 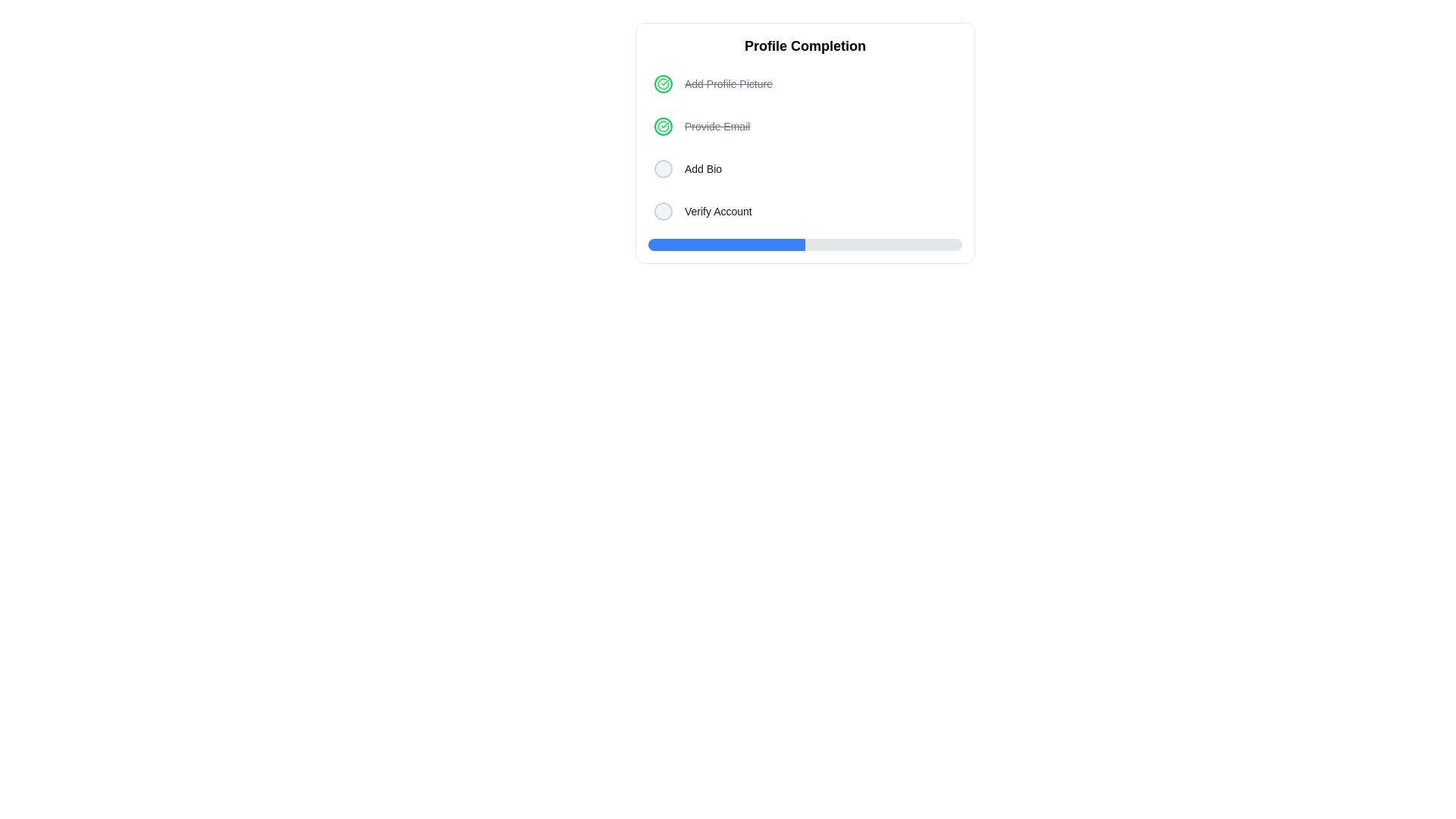 I want to click on the circular UI element located to the left of the 'Verify Account' label, which serves as a status indicator or button for verifying an account, so click(x=663, y=211).